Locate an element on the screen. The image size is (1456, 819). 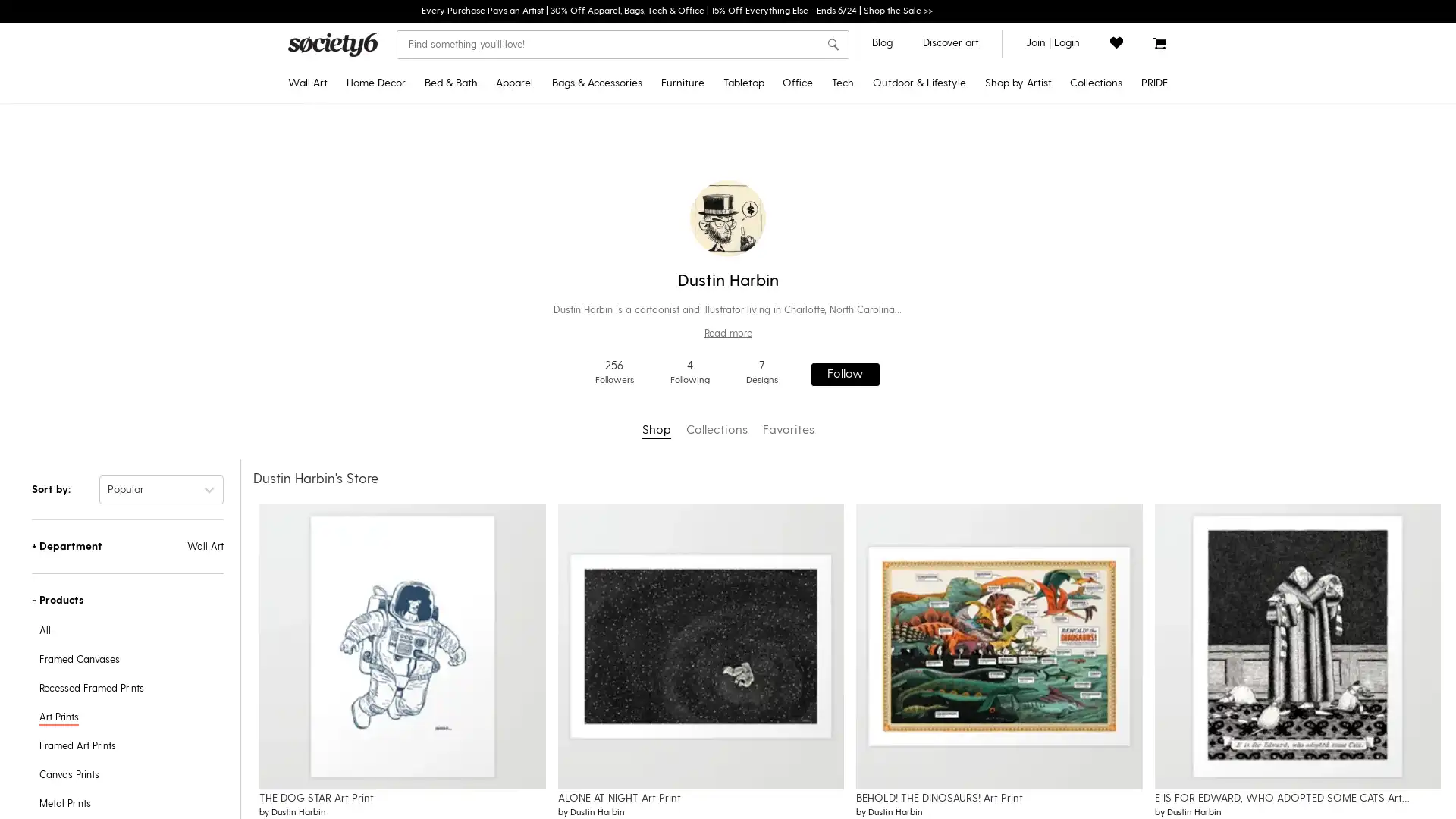
Acrylic Boxes is located at coordinates (835, 244).